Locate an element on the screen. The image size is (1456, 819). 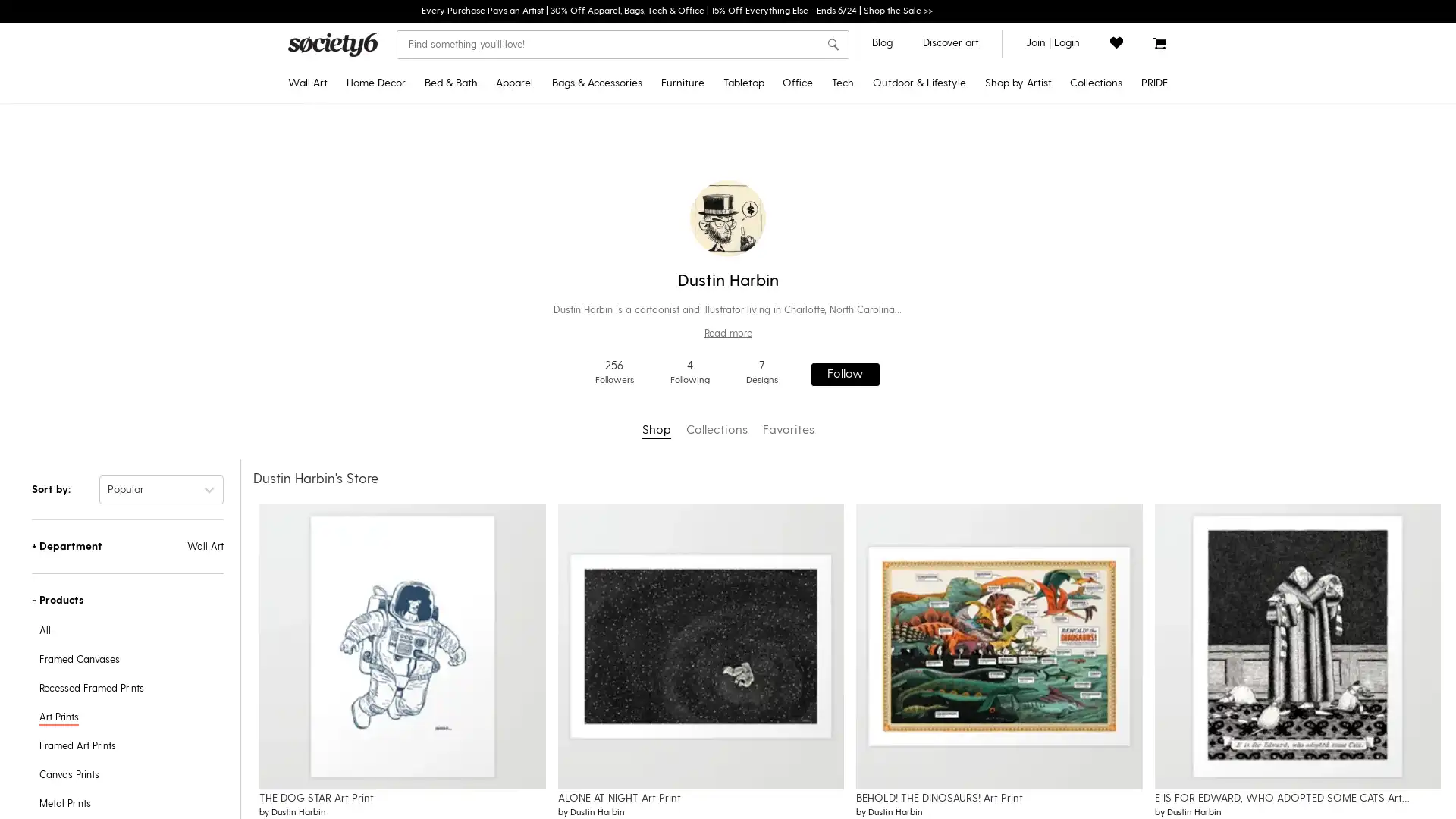
Acrylic Boxes is located at coordinates (835, 244).